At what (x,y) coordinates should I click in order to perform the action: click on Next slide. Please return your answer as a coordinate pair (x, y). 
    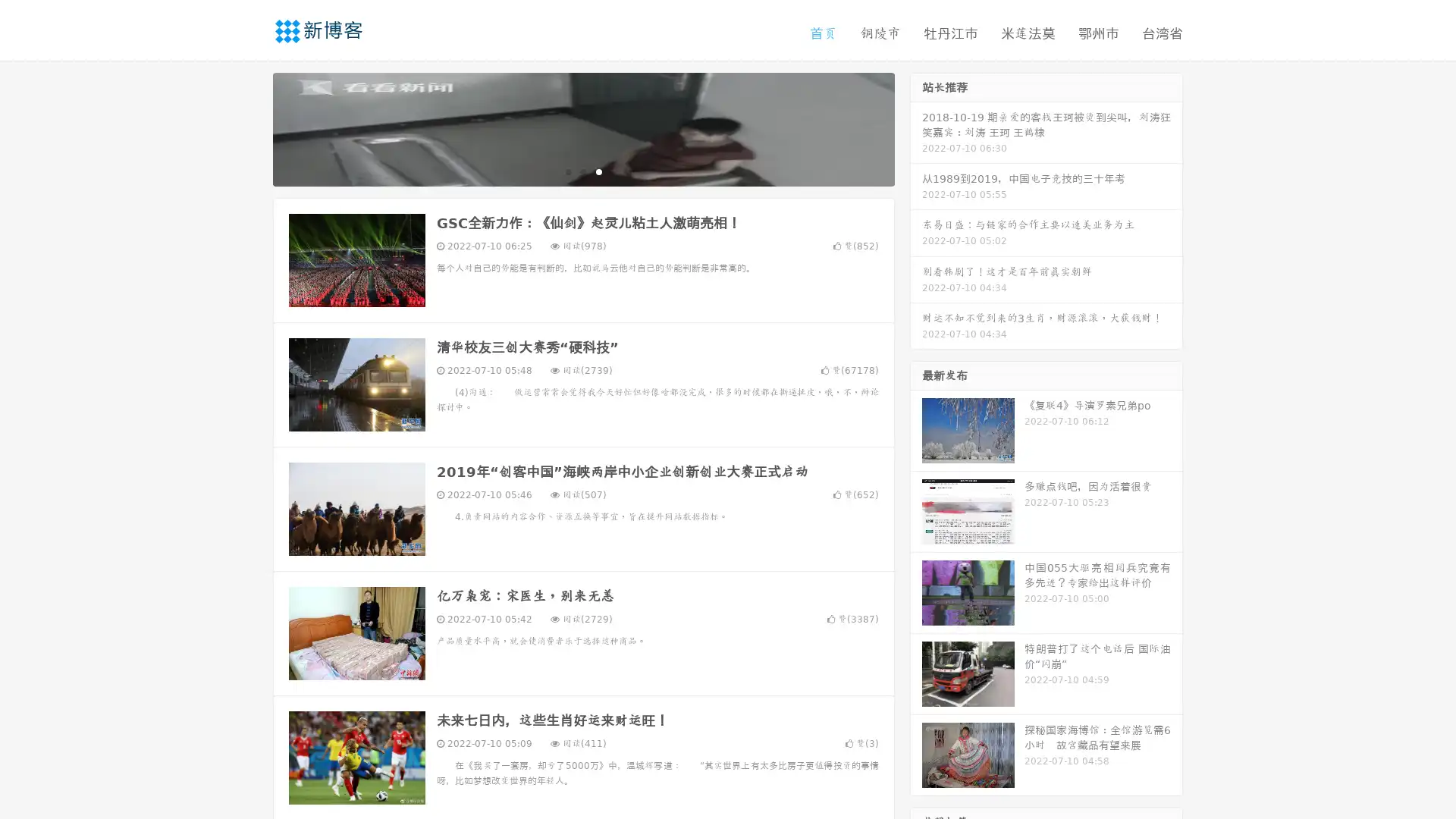
    Looking at the image, I should click on (916, 127).